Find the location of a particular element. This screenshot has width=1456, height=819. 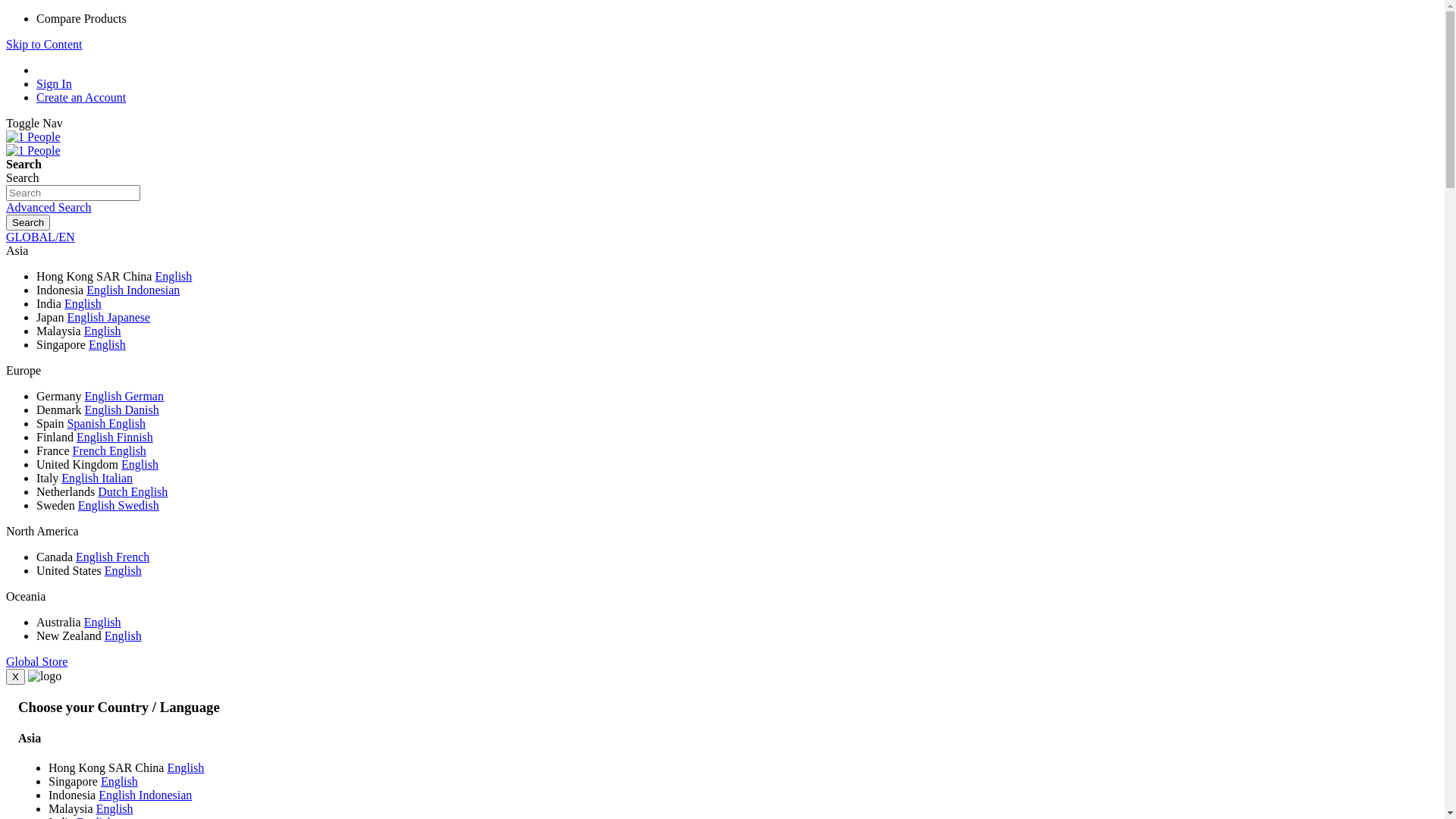

'Skip to Content' is located at coordinates (43, 43).